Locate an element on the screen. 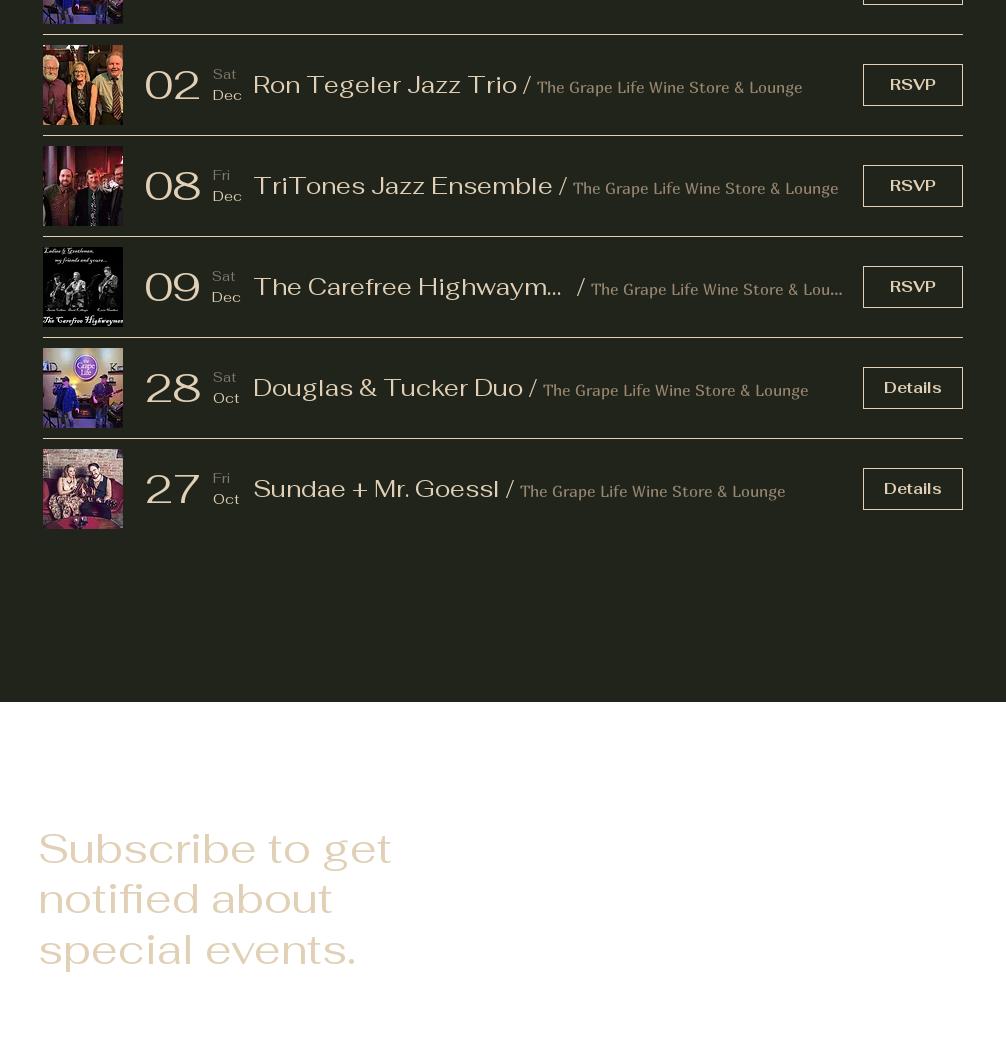  'The Carefree Highwaymen' is located at coordinates (413, 284).